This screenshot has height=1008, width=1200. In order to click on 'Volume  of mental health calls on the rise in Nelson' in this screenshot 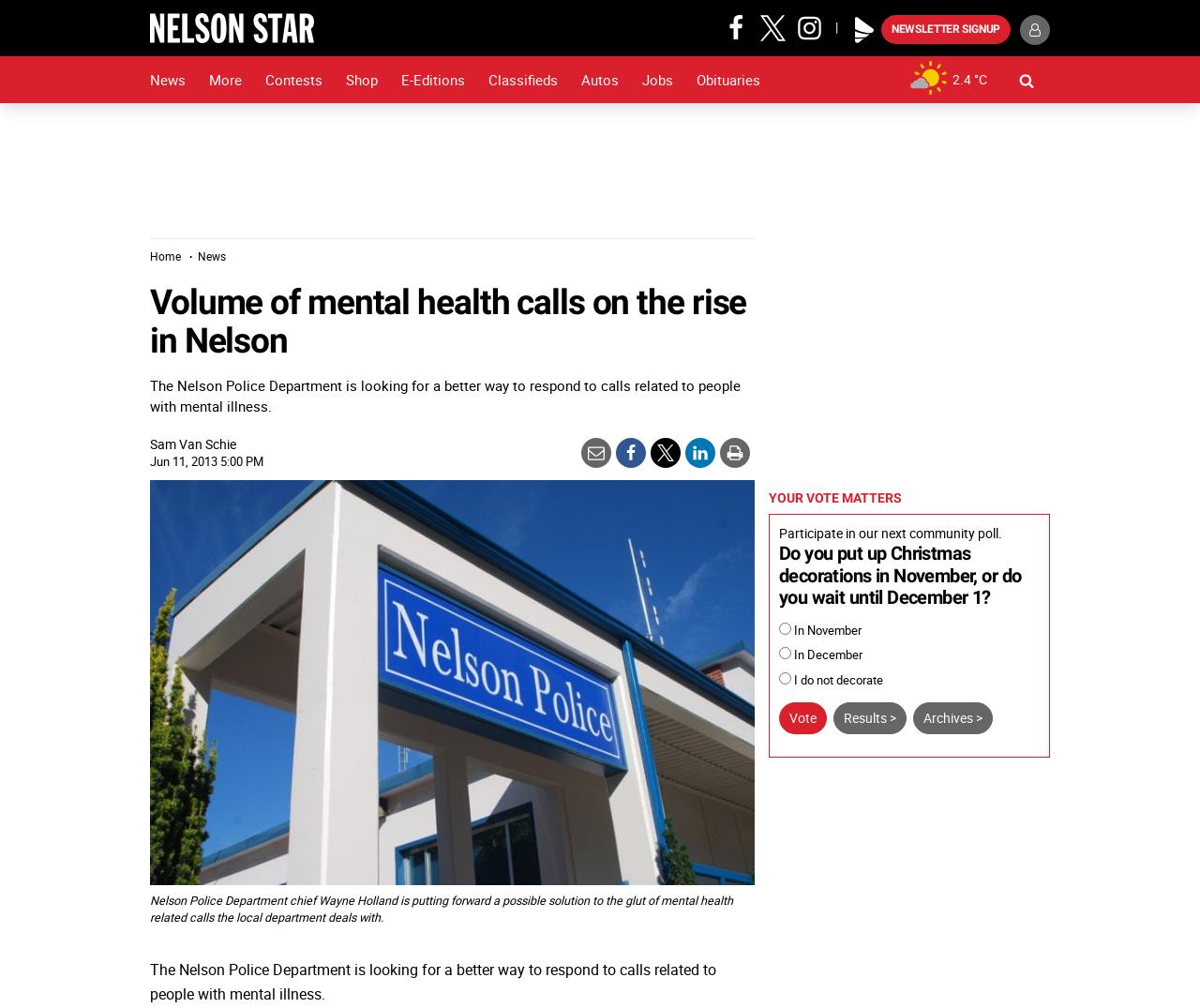, I will do `click(446, 320)`.